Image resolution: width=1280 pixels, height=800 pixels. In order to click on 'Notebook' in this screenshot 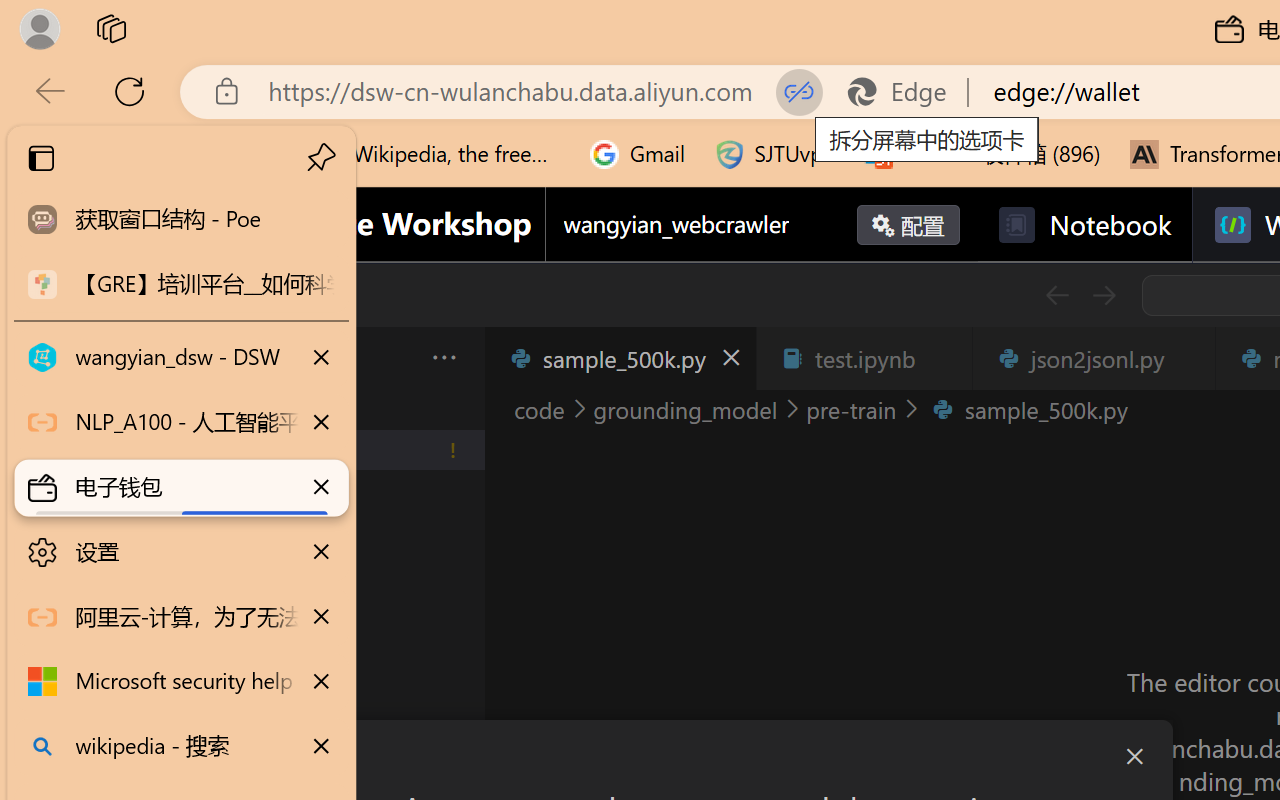, I will do `click(1083, 225)`.